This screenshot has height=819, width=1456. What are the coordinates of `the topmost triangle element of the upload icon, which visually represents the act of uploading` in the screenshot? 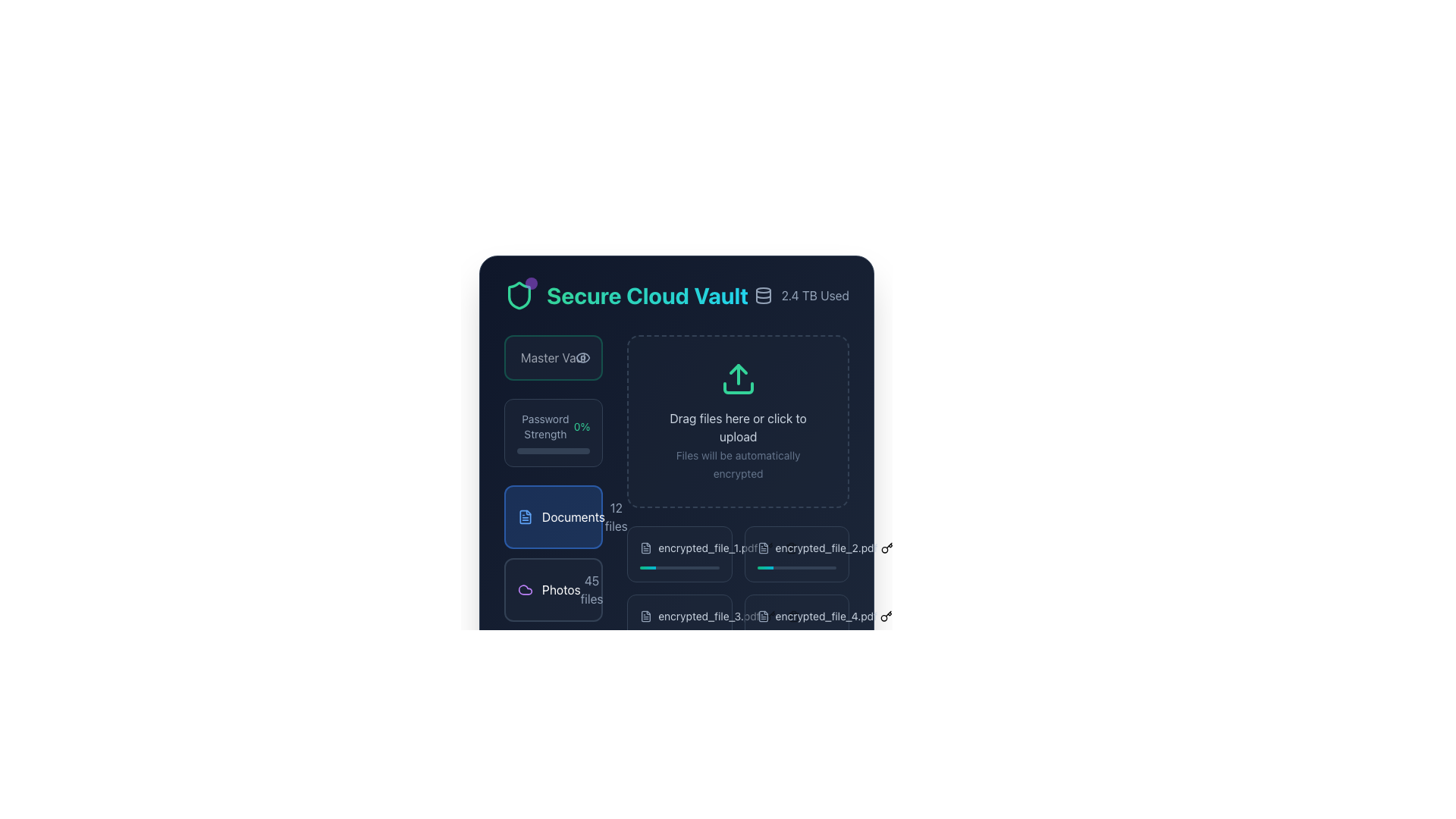 It's located at (738, 369).